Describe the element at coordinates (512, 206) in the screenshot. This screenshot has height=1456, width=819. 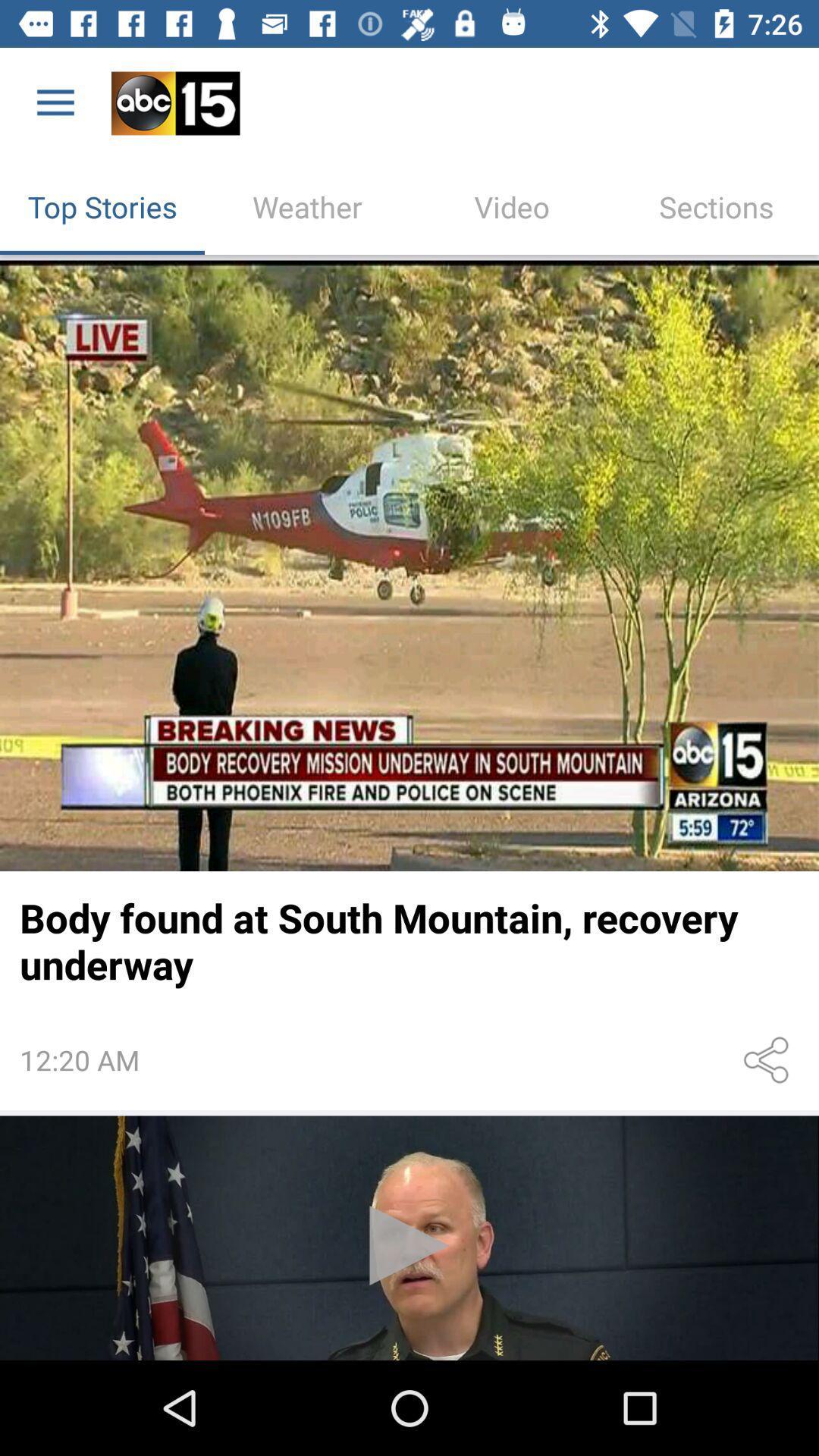
I see `video tab` at that location.